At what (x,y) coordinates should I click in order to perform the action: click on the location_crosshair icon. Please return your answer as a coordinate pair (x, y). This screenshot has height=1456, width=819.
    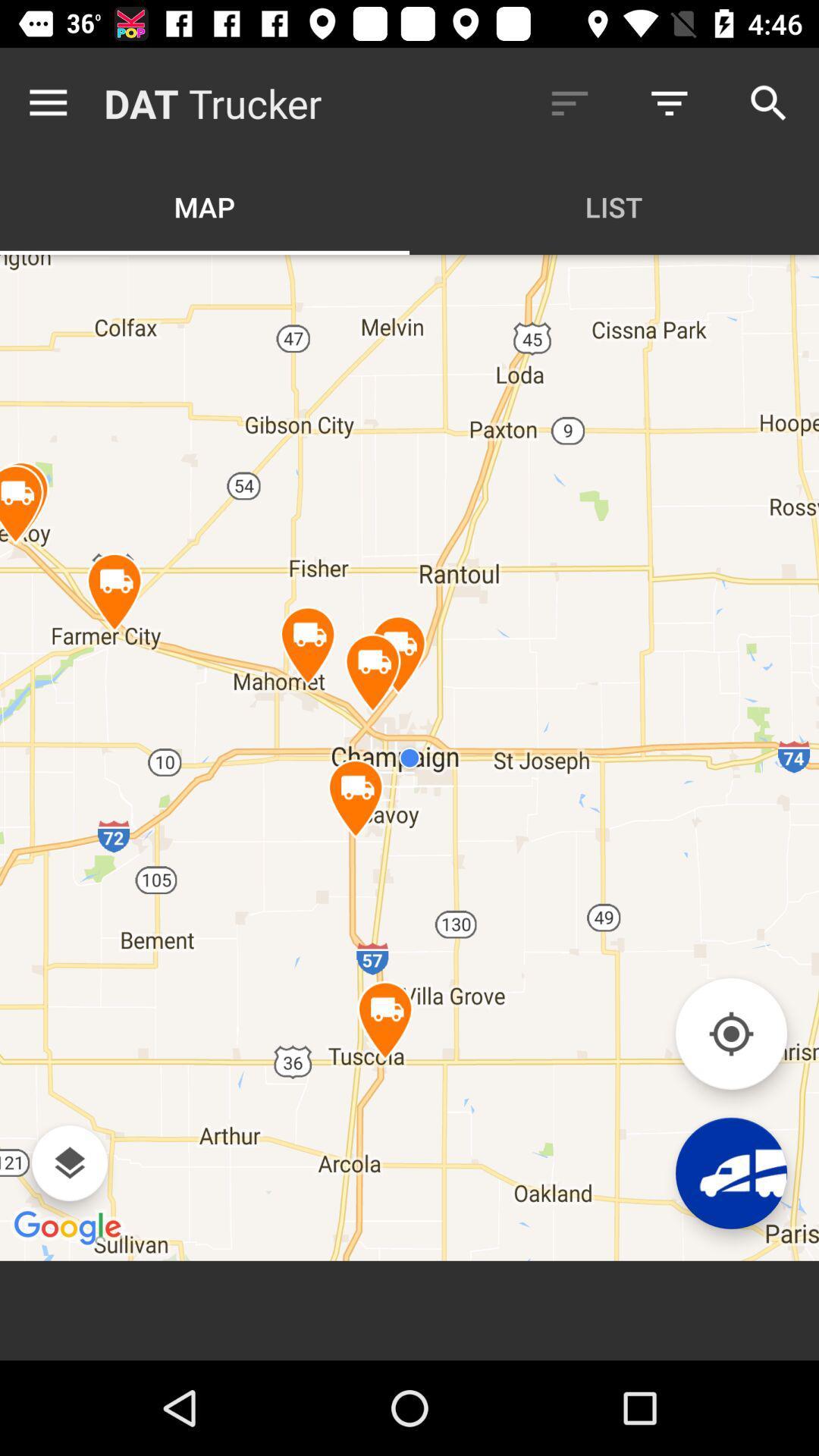
    Looking at the image, I should click on (730, 1033).